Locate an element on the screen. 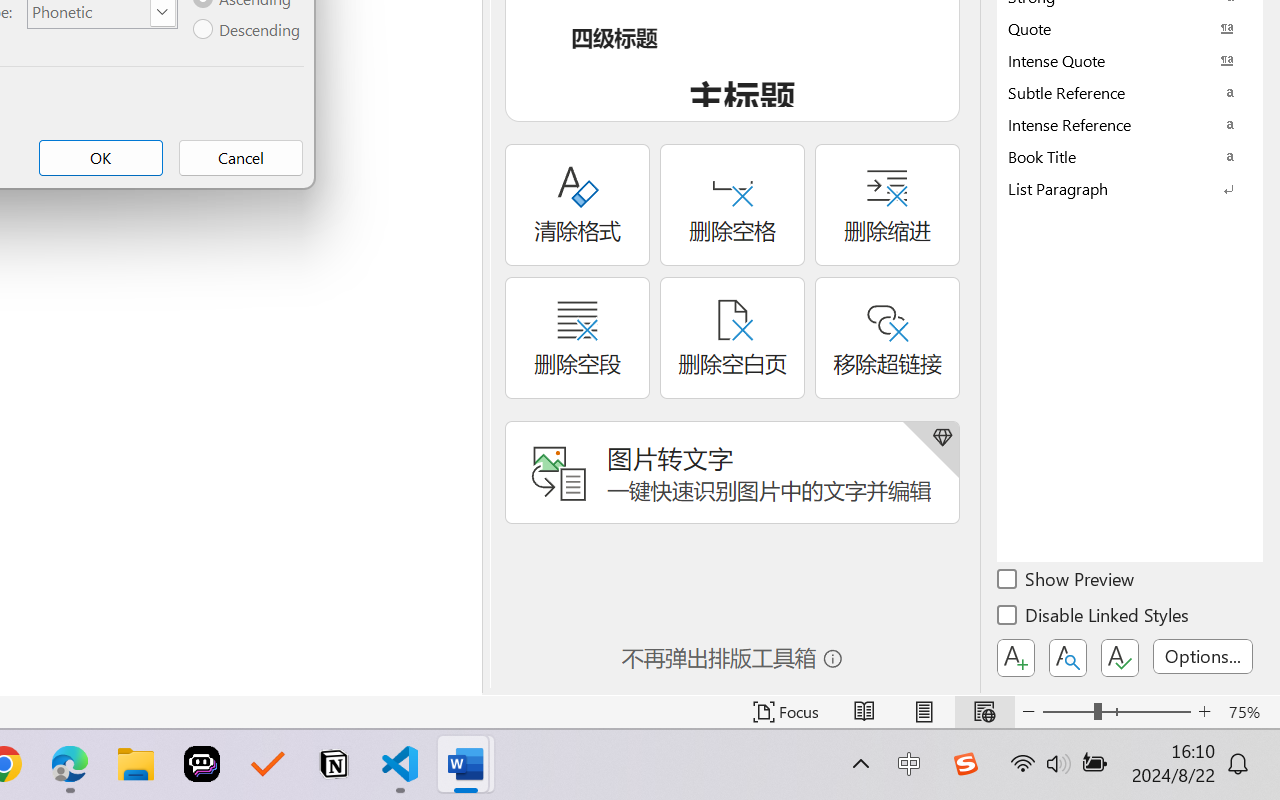 The image size is (1280, 800). 'Class: NetUIButton' is located at coordinates (1120, 657).